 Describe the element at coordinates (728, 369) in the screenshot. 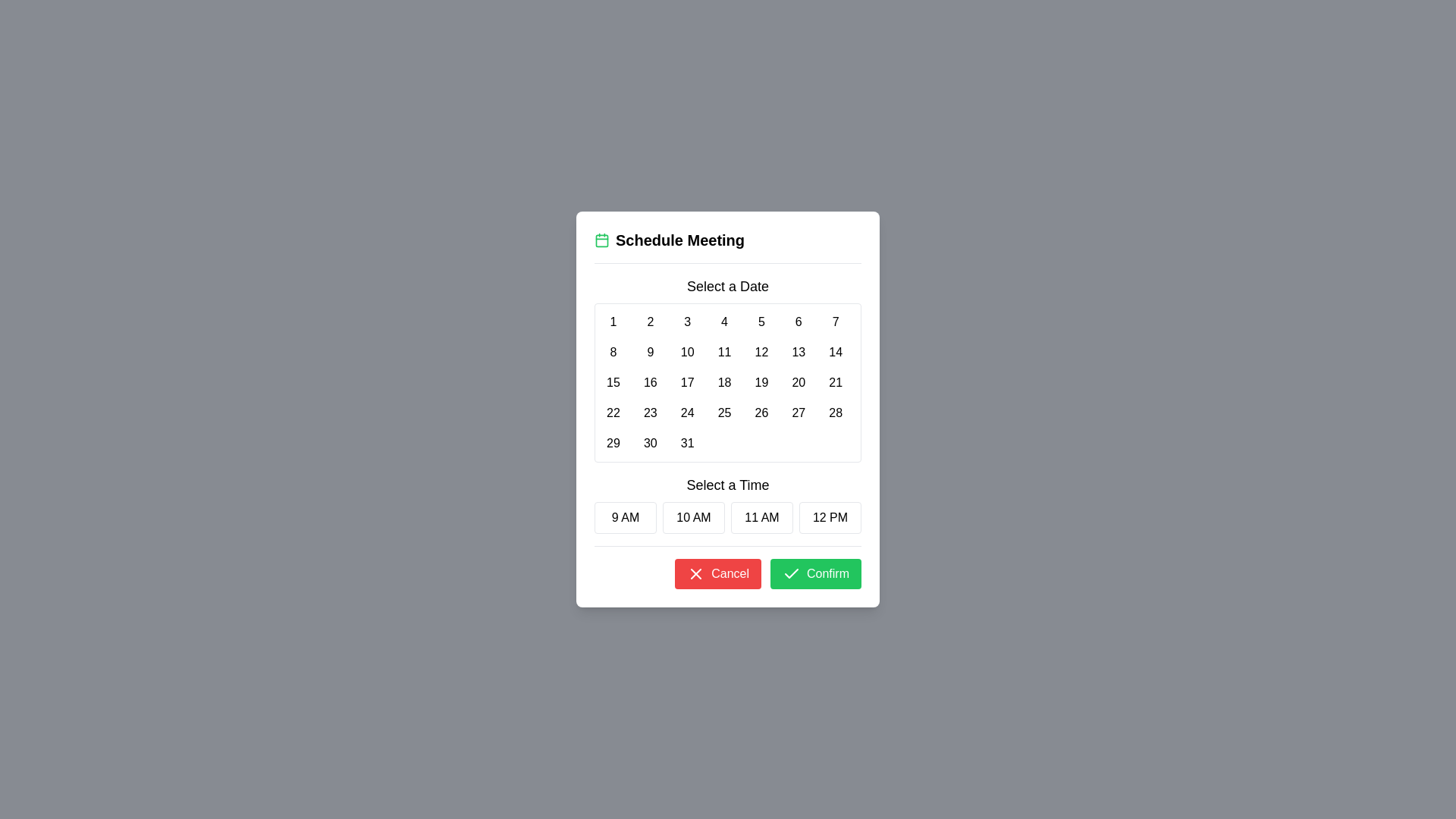

I see `the specific date button in the calendar grid located below the 'Select a Date' header in the 'Schedule Meeting' modal dialog` at that location.